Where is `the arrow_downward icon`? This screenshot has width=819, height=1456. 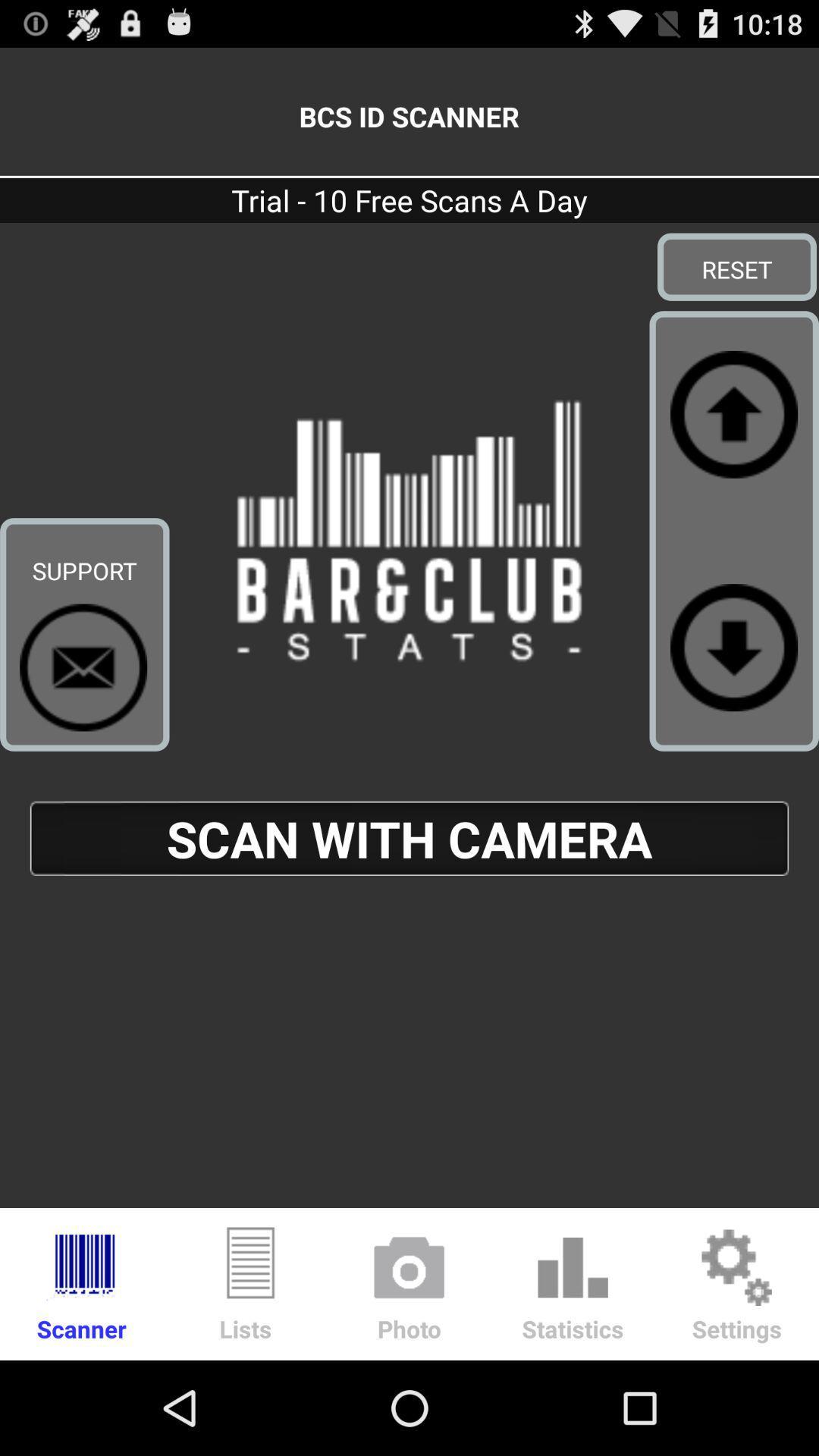
the arrow_downward icon is located at coordinates (733, 692).